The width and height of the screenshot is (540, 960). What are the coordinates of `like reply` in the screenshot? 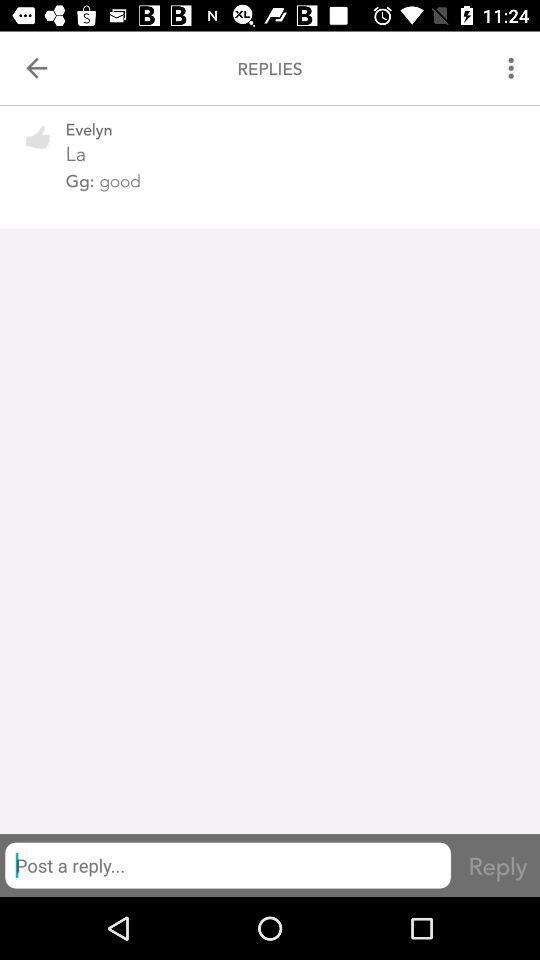 It's located at (38, 148).